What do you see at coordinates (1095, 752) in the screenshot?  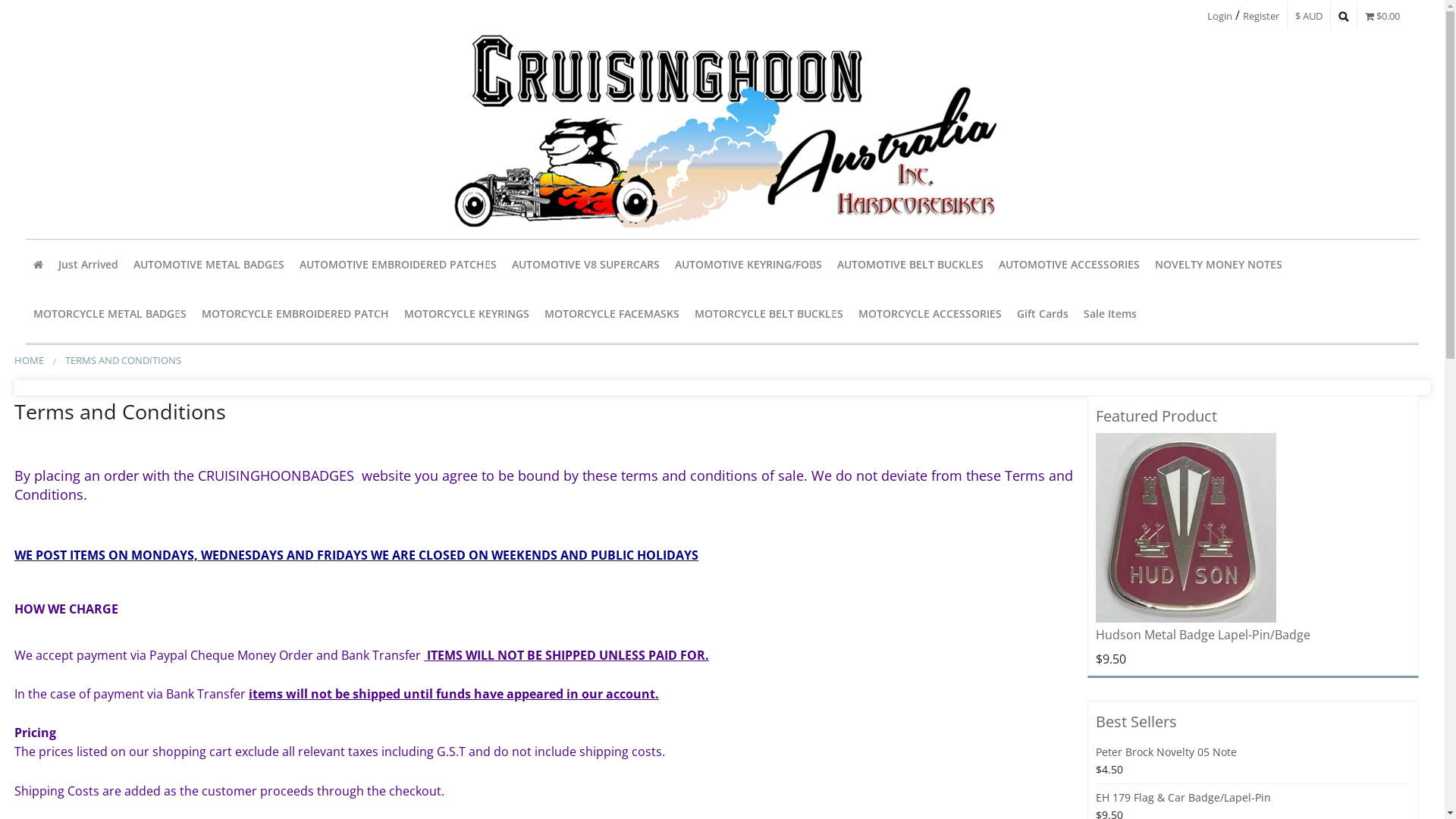 I see `'Peter Brock Novelty 05 Note'` at bounding box center [1095, 752].